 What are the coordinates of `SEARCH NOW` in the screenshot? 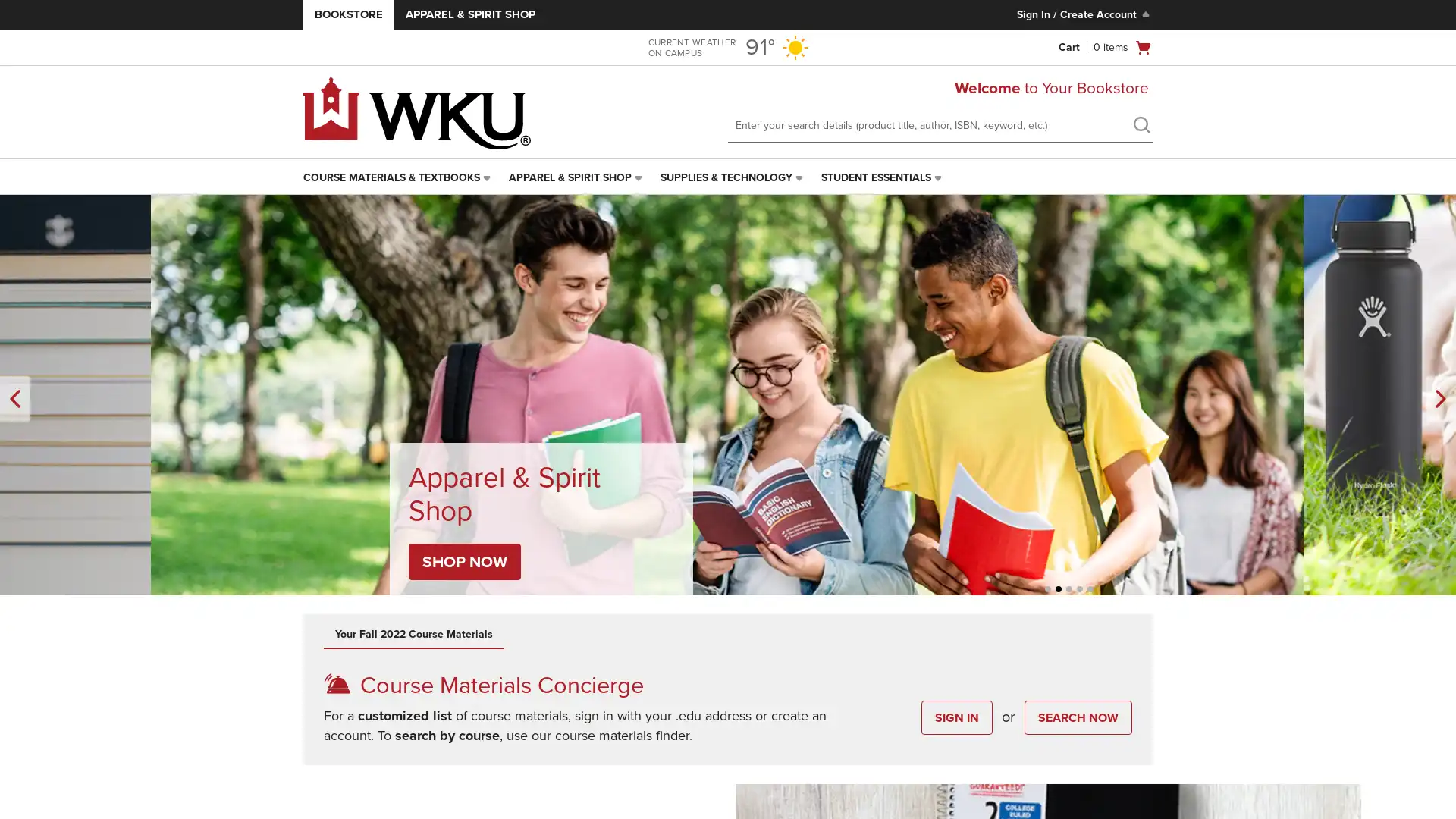 It's located at (1077, 717).